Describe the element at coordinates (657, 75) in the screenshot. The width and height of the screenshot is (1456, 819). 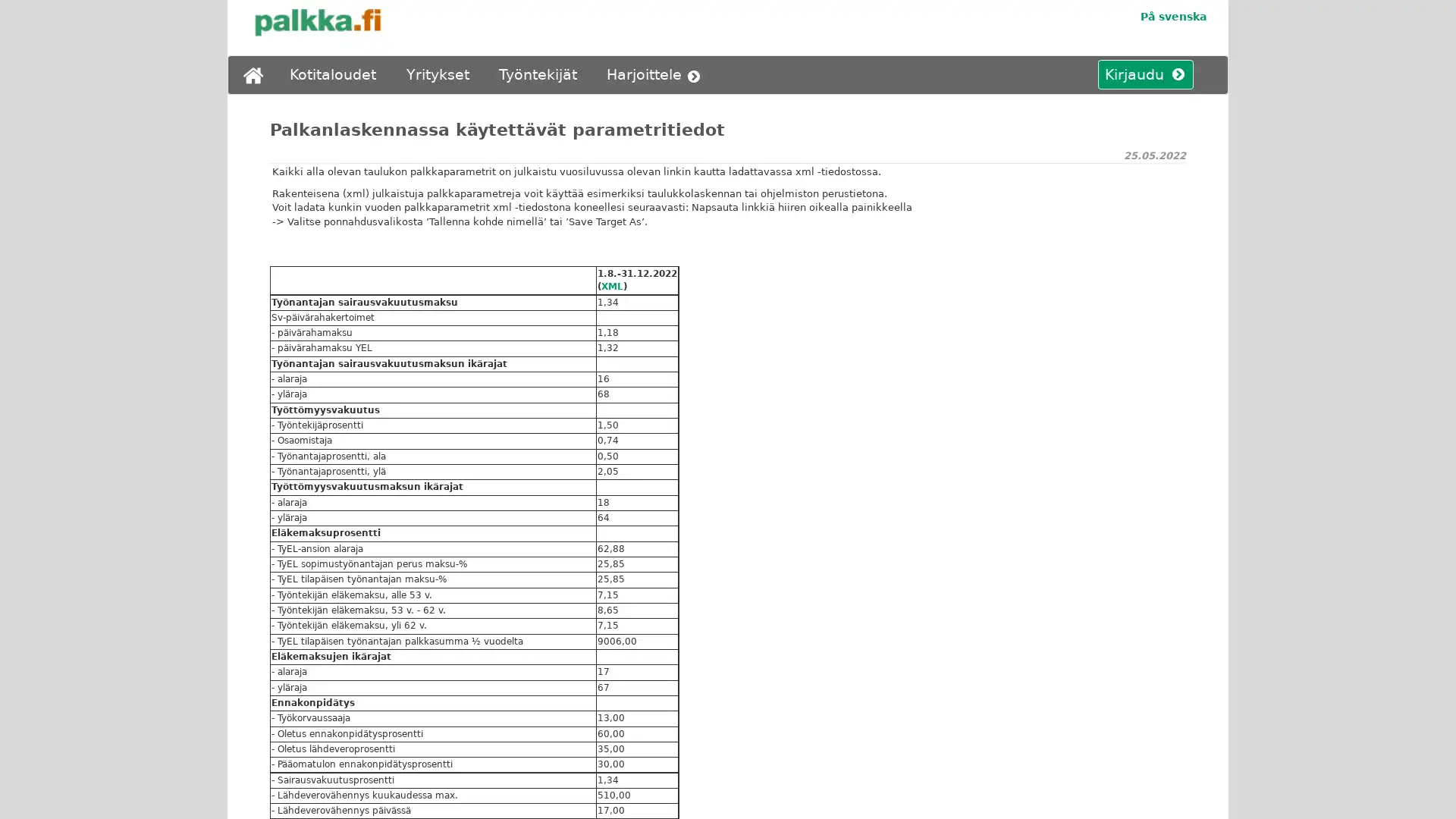
I see `Harjoittele` at that location.